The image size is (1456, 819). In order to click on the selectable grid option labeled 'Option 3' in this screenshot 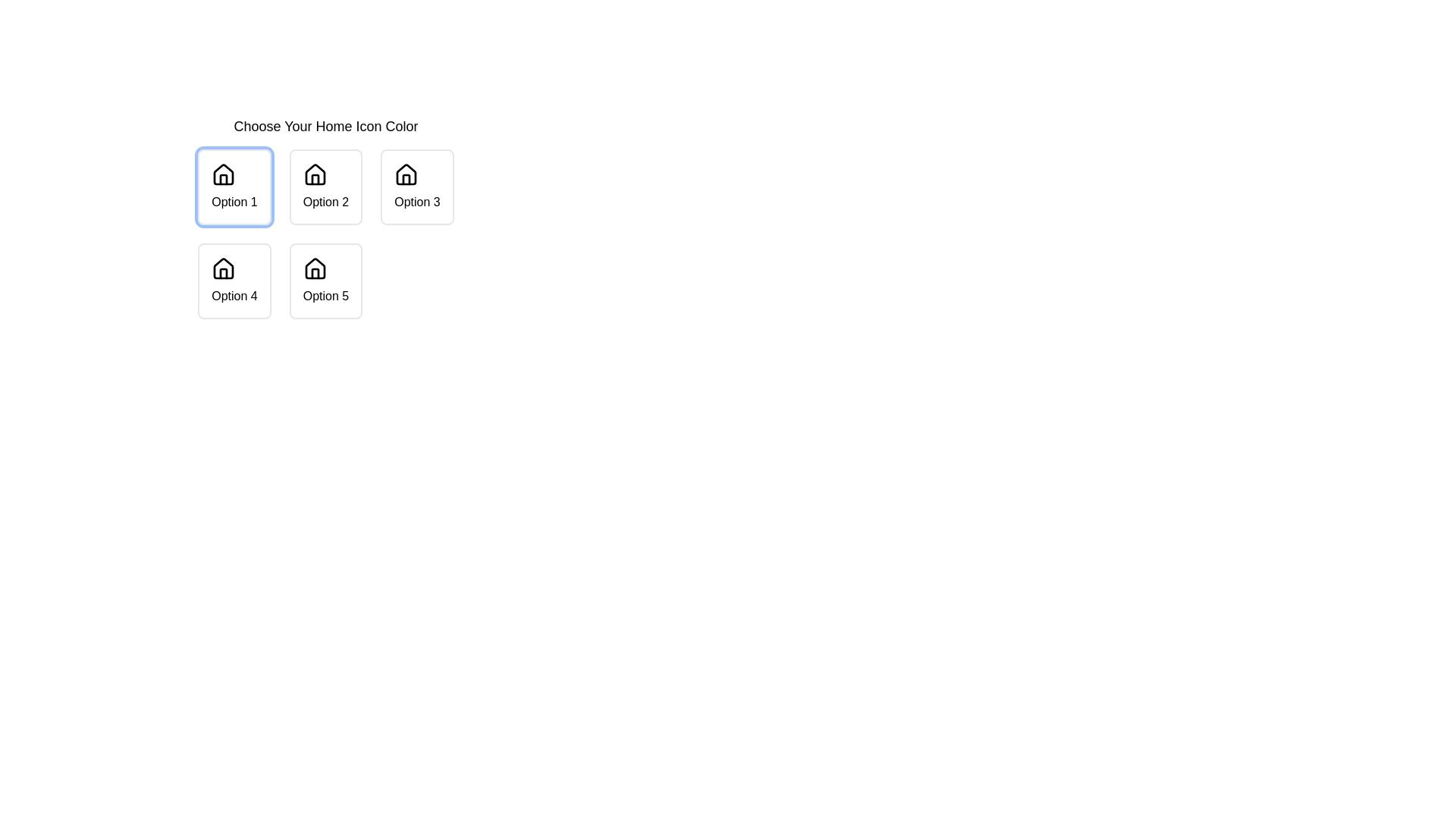, I will do `click(417, 186)`.